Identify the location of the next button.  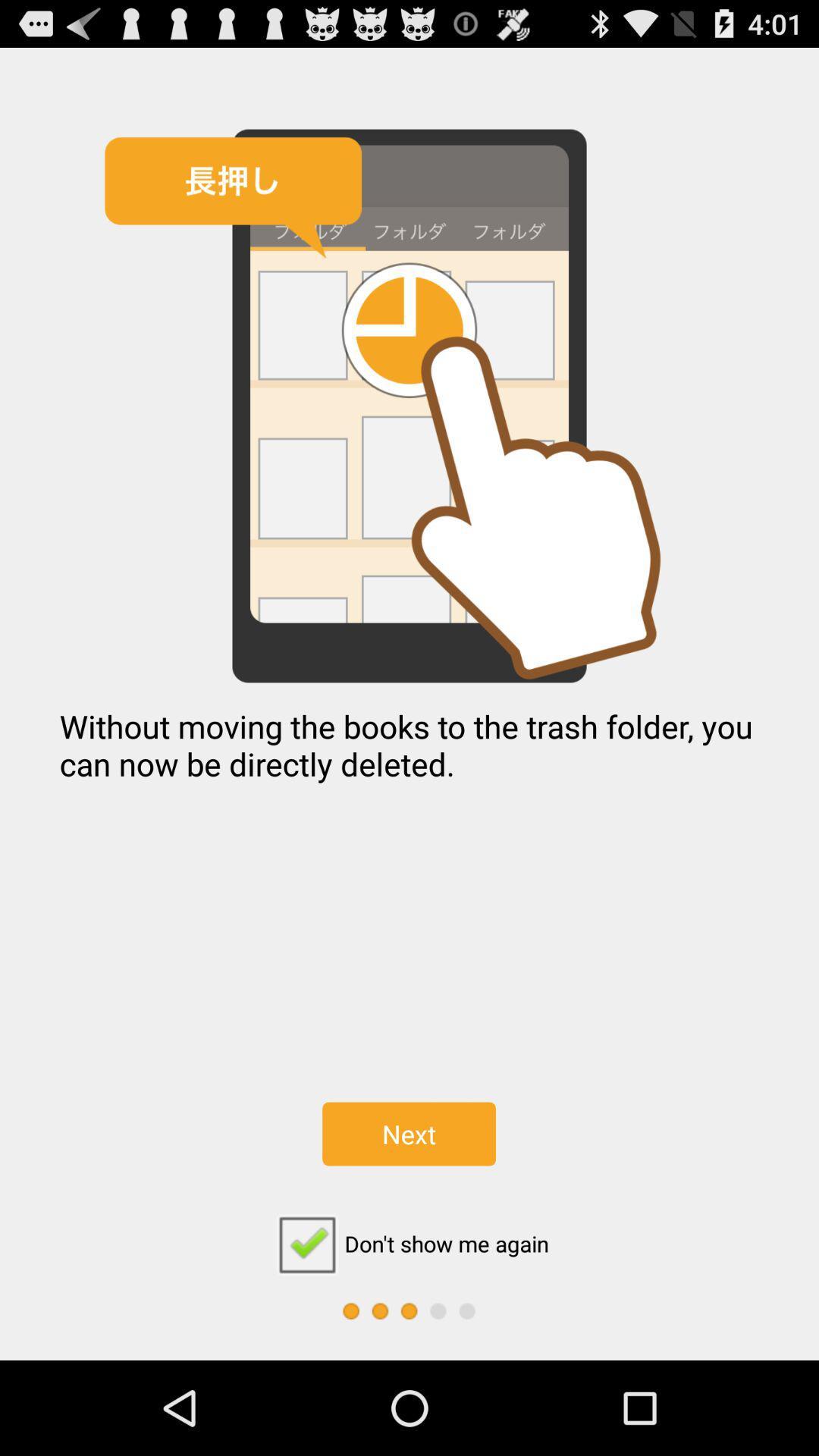
(408, 1134).